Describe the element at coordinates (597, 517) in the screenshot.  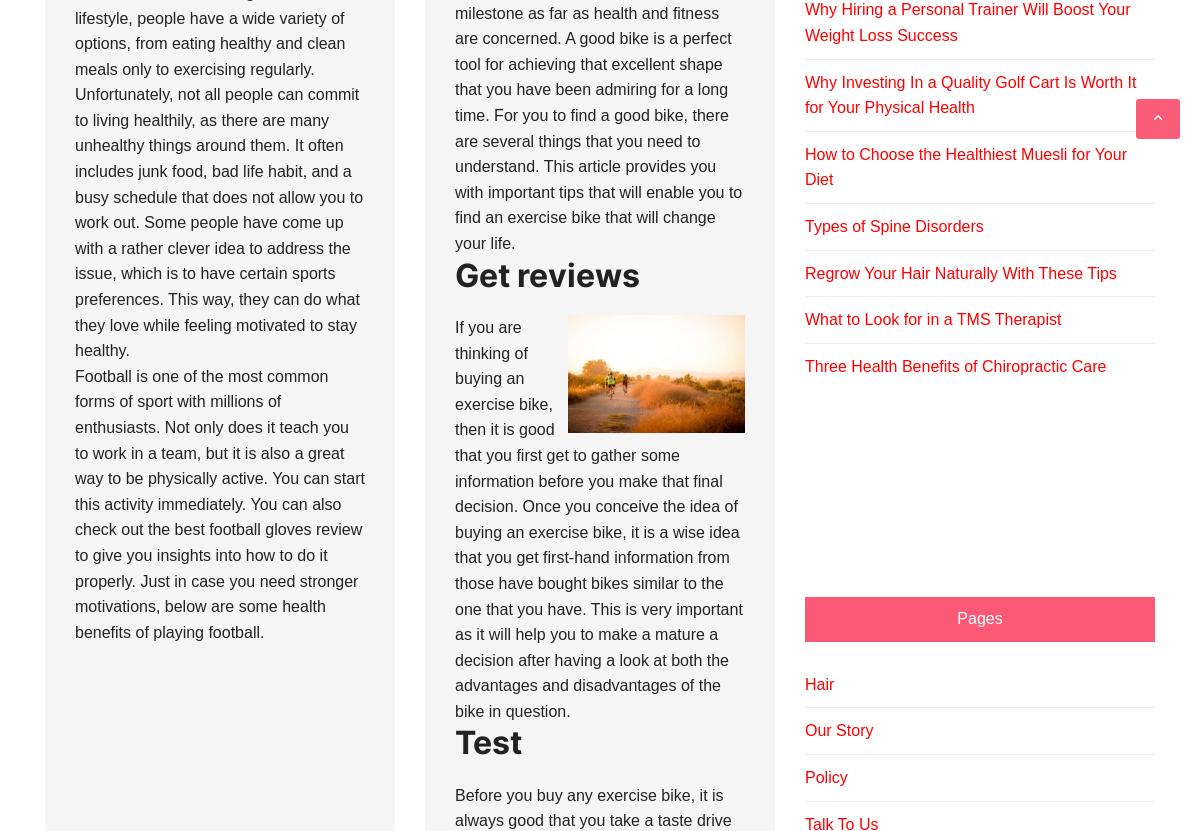
I see `'If you are thinking of buying an exercise bike, then it is good that you first get to gather some information before you make that final decision. Once you conceive the idea of buying an exercise bike, it is a wise idea that you get first-hand information from those have bought bikes similar to the one that you have. This is very important as it will help you to make a mature a decision after having a look at both the advantages and disadvantages of the bike in question.'` at that location.